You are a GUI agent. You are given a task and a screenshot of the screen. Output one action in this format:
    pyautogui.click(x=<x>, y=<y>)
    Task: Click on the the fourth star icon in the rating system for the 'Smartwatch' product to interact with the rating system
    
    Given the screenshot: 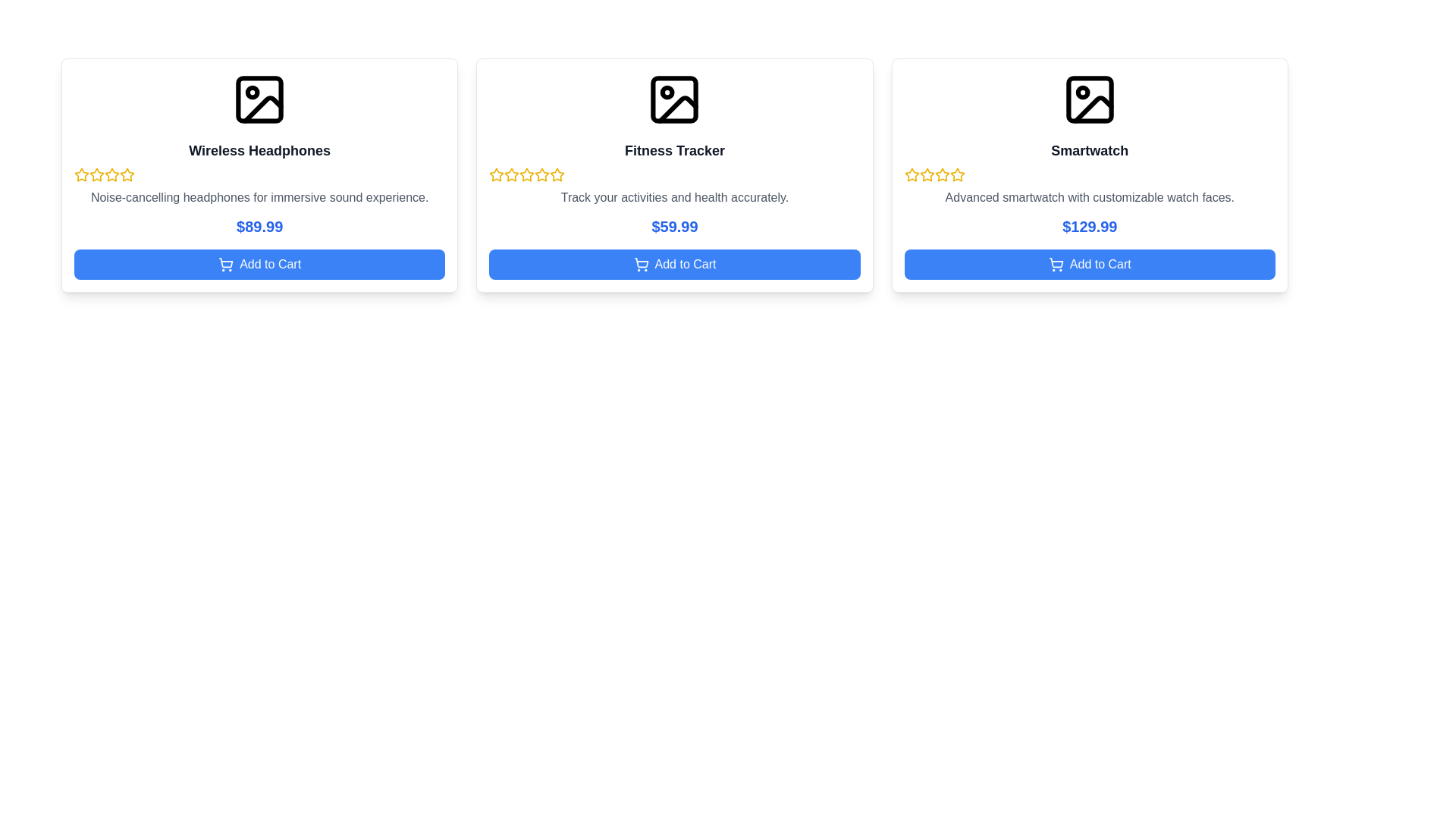 What is the action you would take?
    pyautogui.click(x=941, y=174)
    